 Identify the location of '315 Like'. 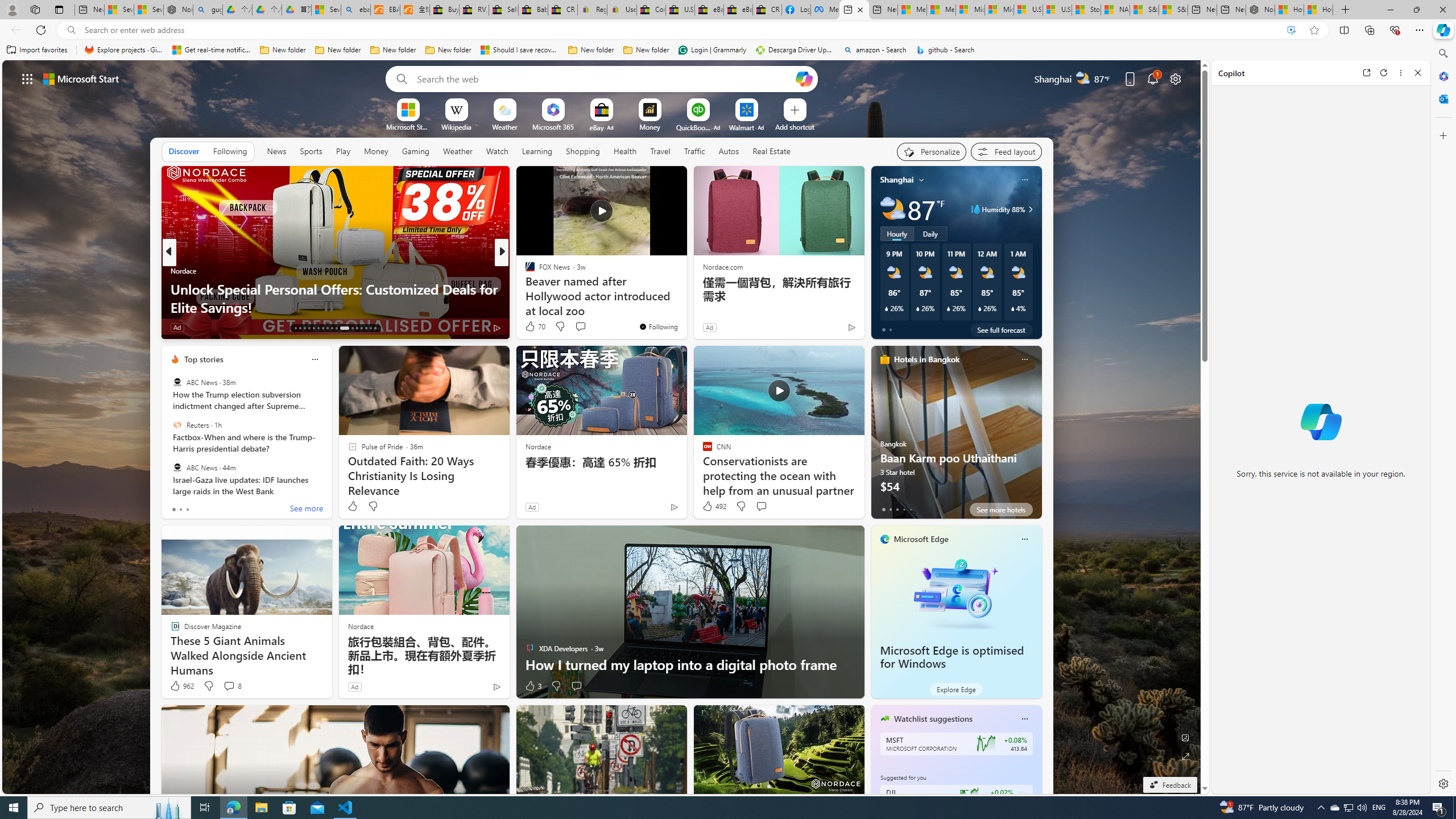
(532, 327).